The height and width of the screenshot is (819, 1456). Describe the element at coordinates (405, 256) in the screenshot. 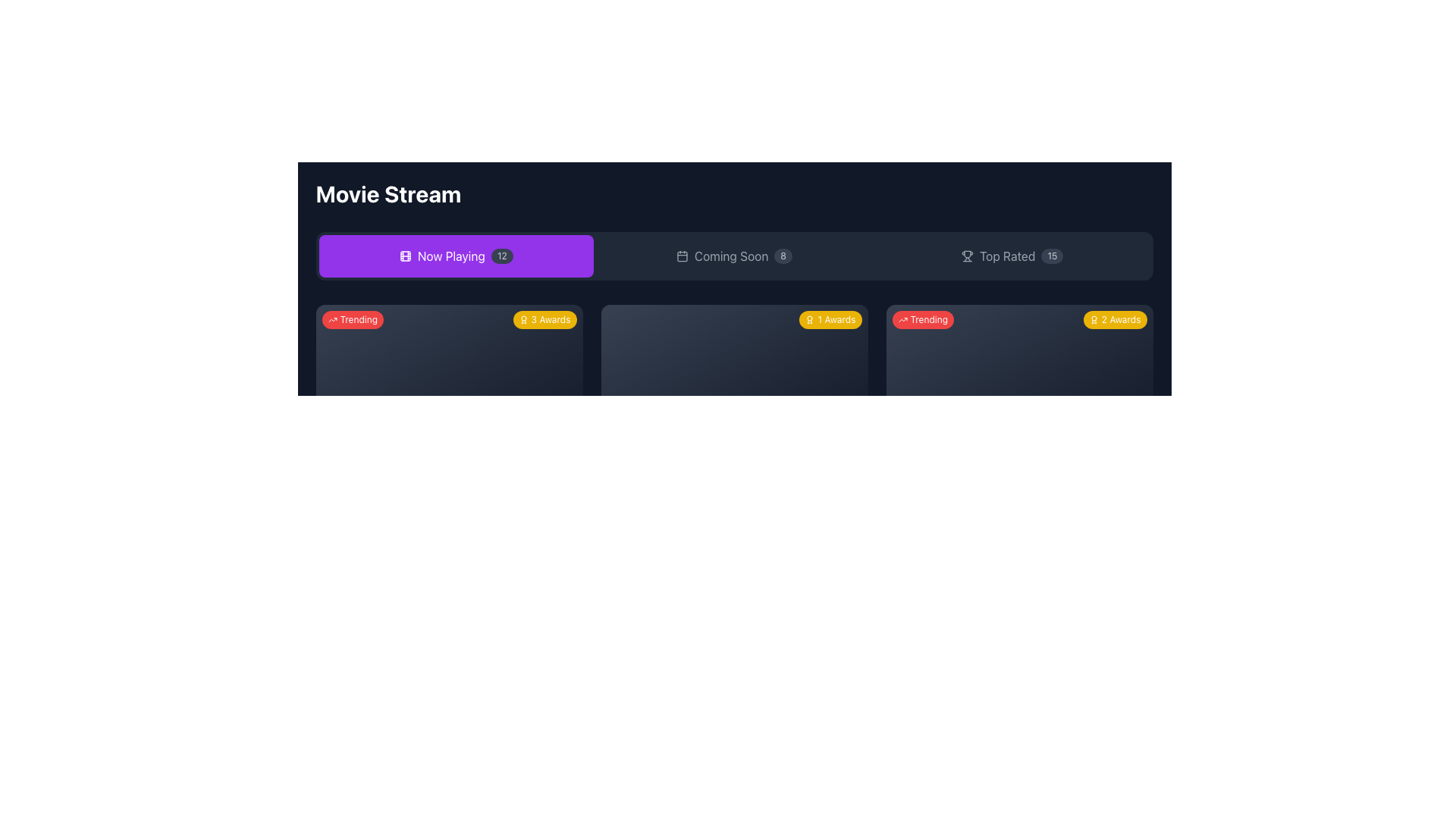

I see `the decorative graphical element within the filmstrip icon that enhances the 'Now Playing' button, located in the primary navigation bar` at that location.